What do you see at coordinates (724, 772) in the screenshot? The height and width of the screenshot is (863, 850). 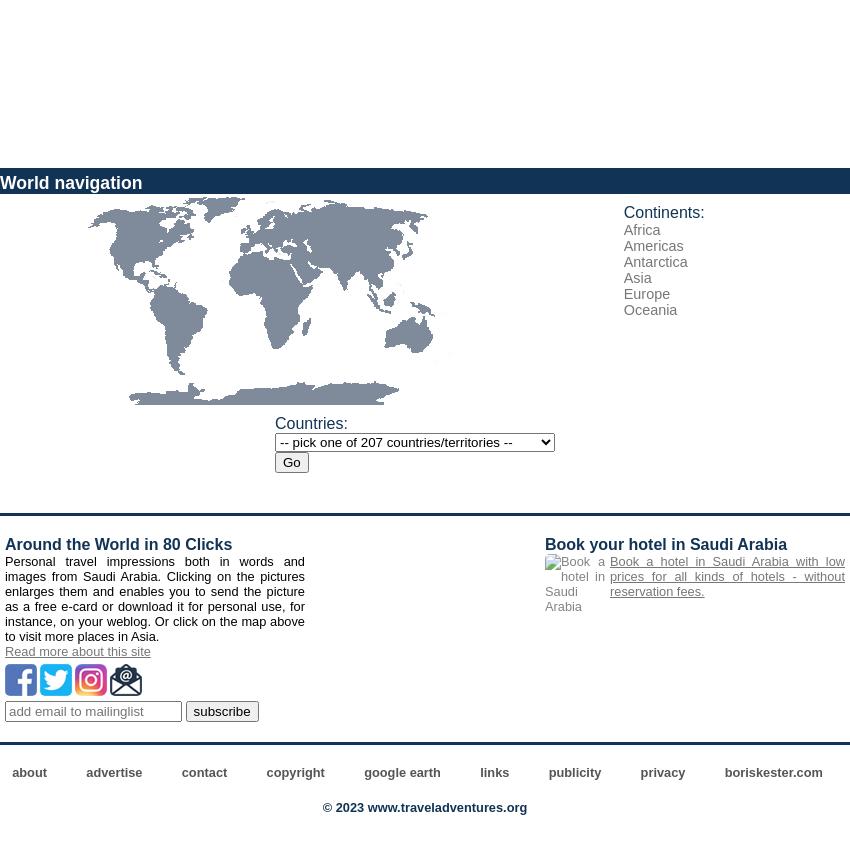 I see `'boriskester.com'` at bounding box center [724, 772].